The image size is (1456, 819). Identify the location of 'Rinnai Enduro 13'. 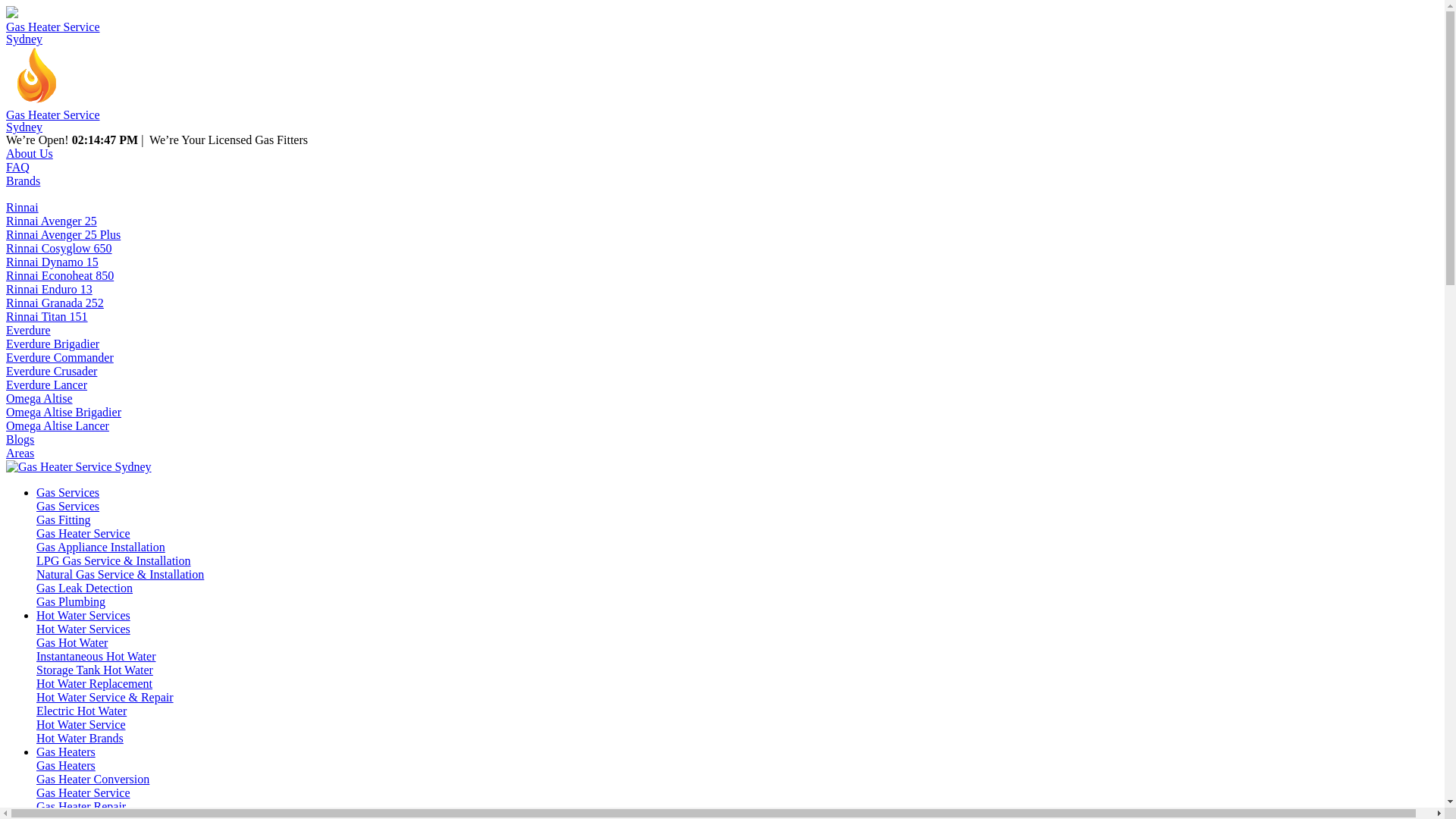
(49, 289).